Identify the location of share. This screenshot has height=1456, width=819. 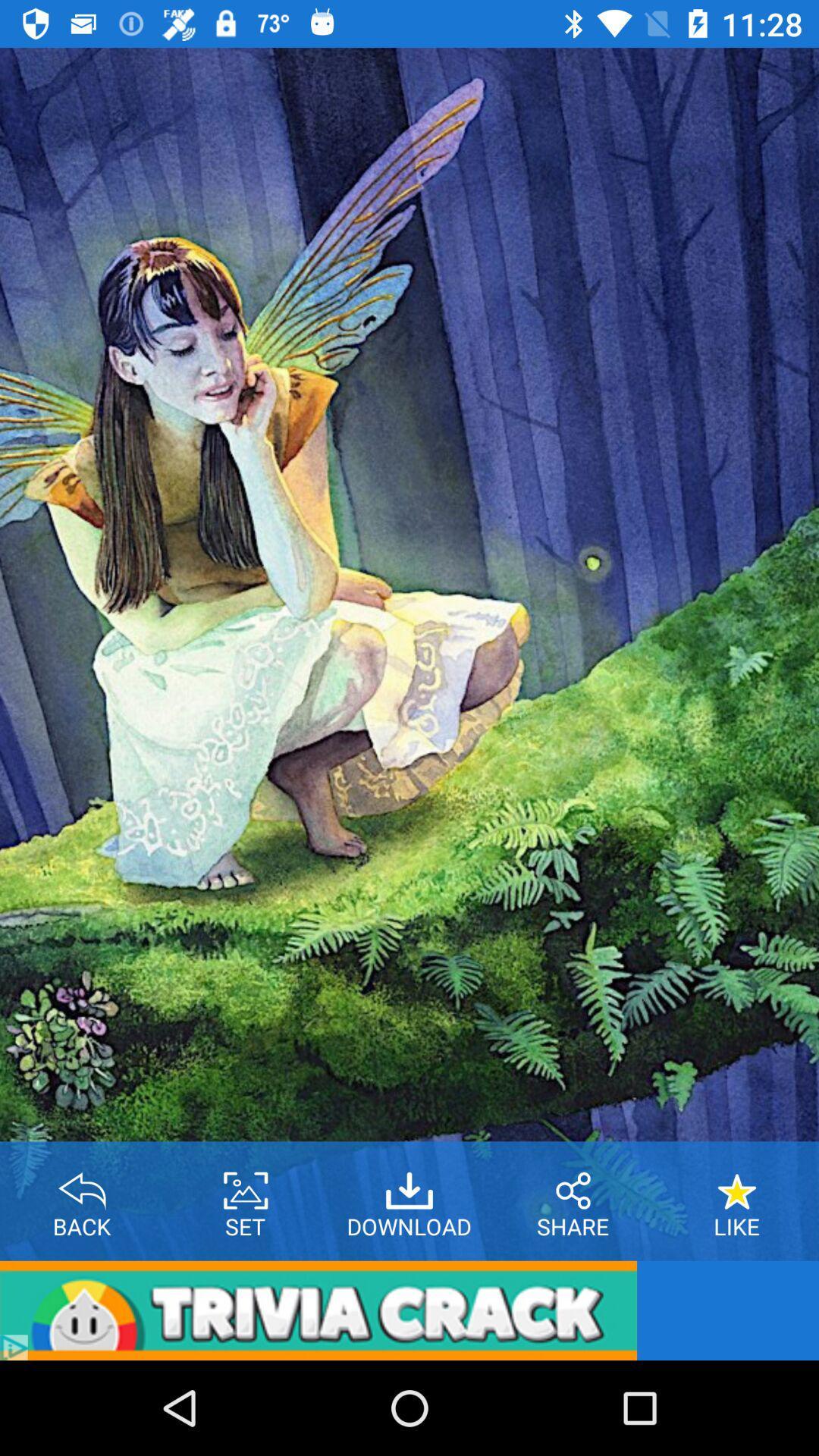
(573, 1185).